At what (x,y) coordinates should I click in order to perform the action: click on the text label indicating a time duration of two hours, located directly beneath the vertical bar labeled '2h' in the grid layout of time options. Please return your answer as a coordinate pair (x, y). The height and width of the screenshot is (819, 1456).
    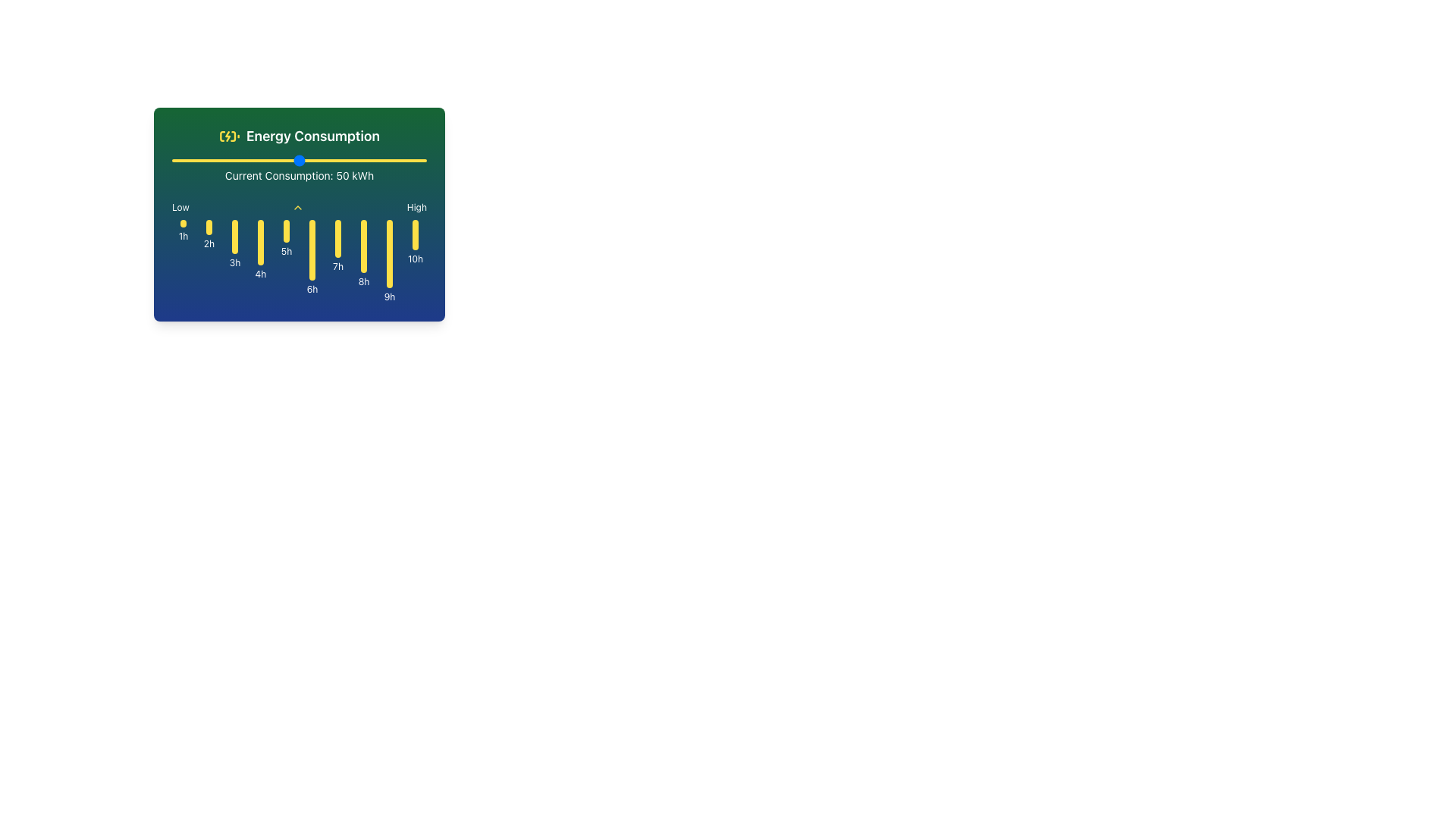
    Looking at the image, I should click on (208, 243).